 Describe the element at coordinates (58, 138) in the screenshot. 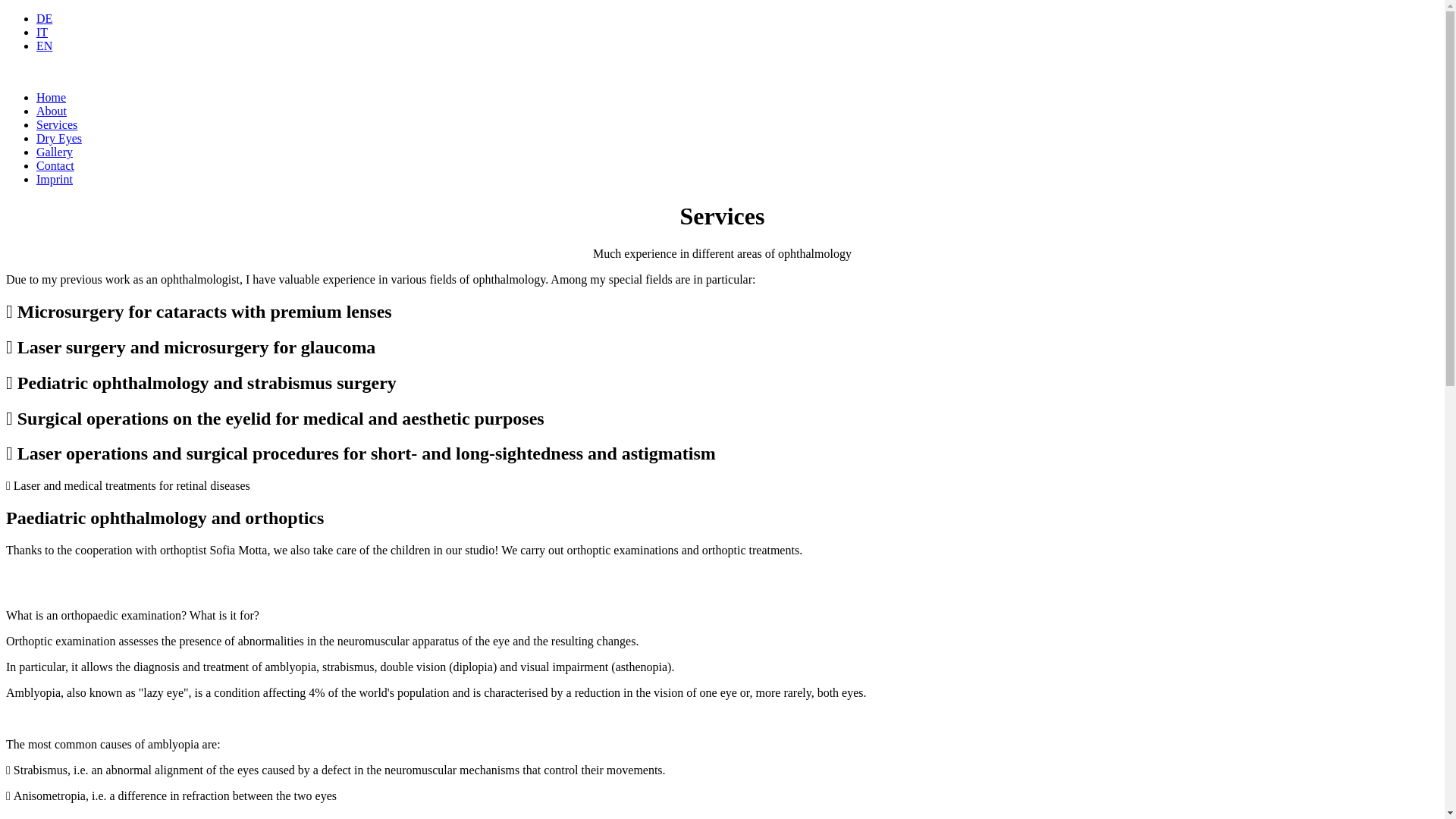

I see `'Dry Eyes'` at that location.